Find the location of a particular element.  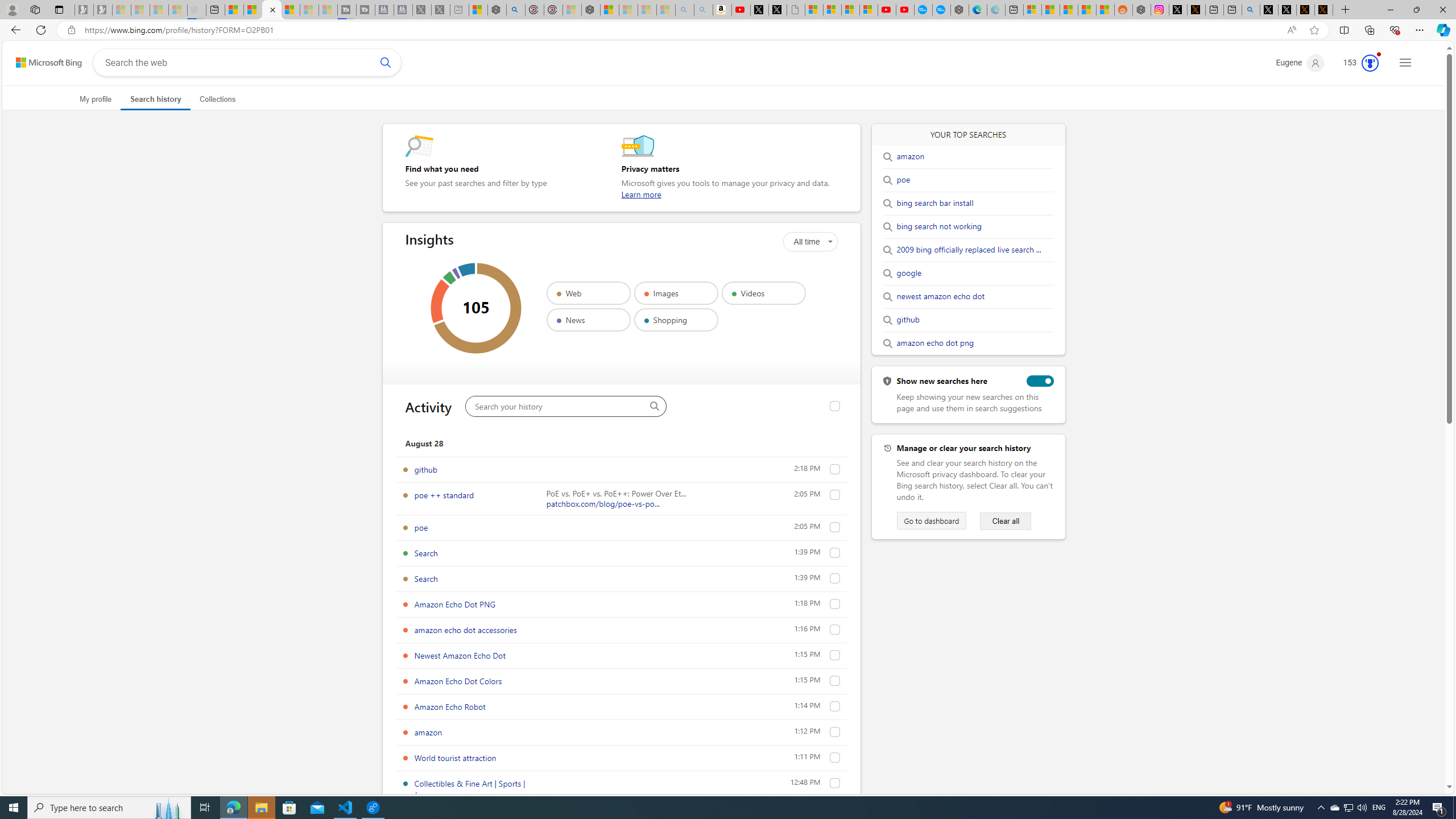

'Go to dashboard' is located at coordinates (932, 520).